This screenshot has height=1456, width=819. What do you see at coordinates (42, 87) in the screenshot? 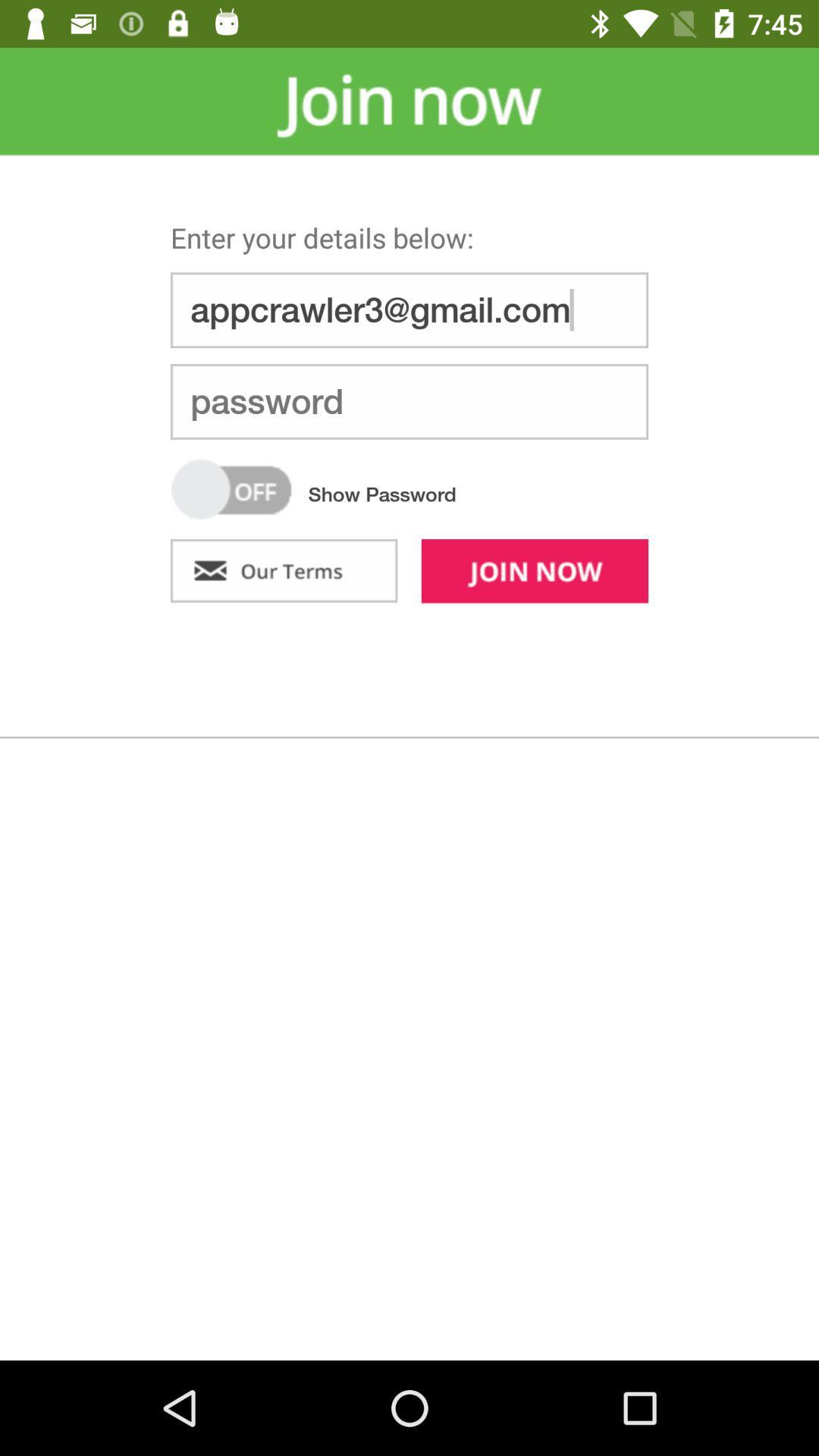
I see `the close icon` at bounding box center [42, 87].